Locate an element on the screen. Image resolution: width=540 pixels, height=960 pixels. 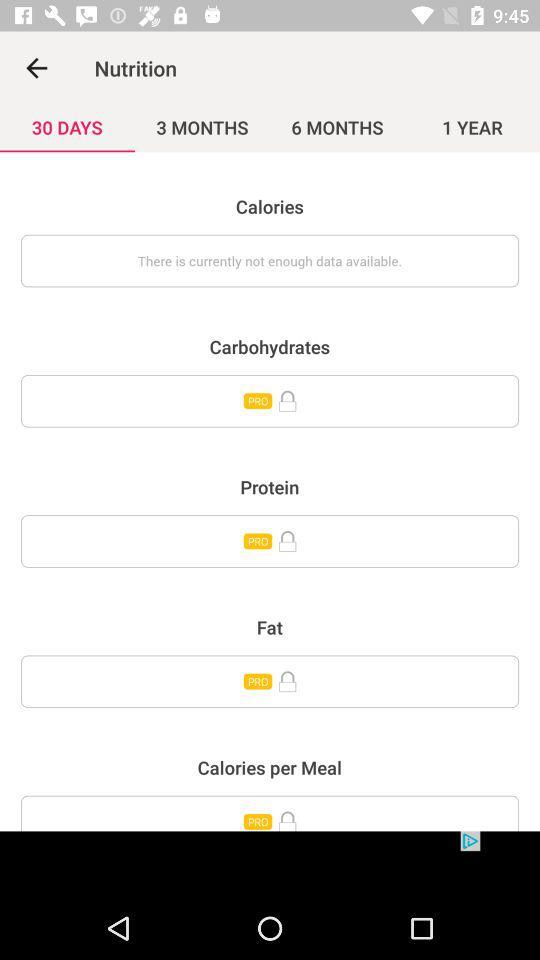
unlock pro mode is located at coordinates (270, 813).